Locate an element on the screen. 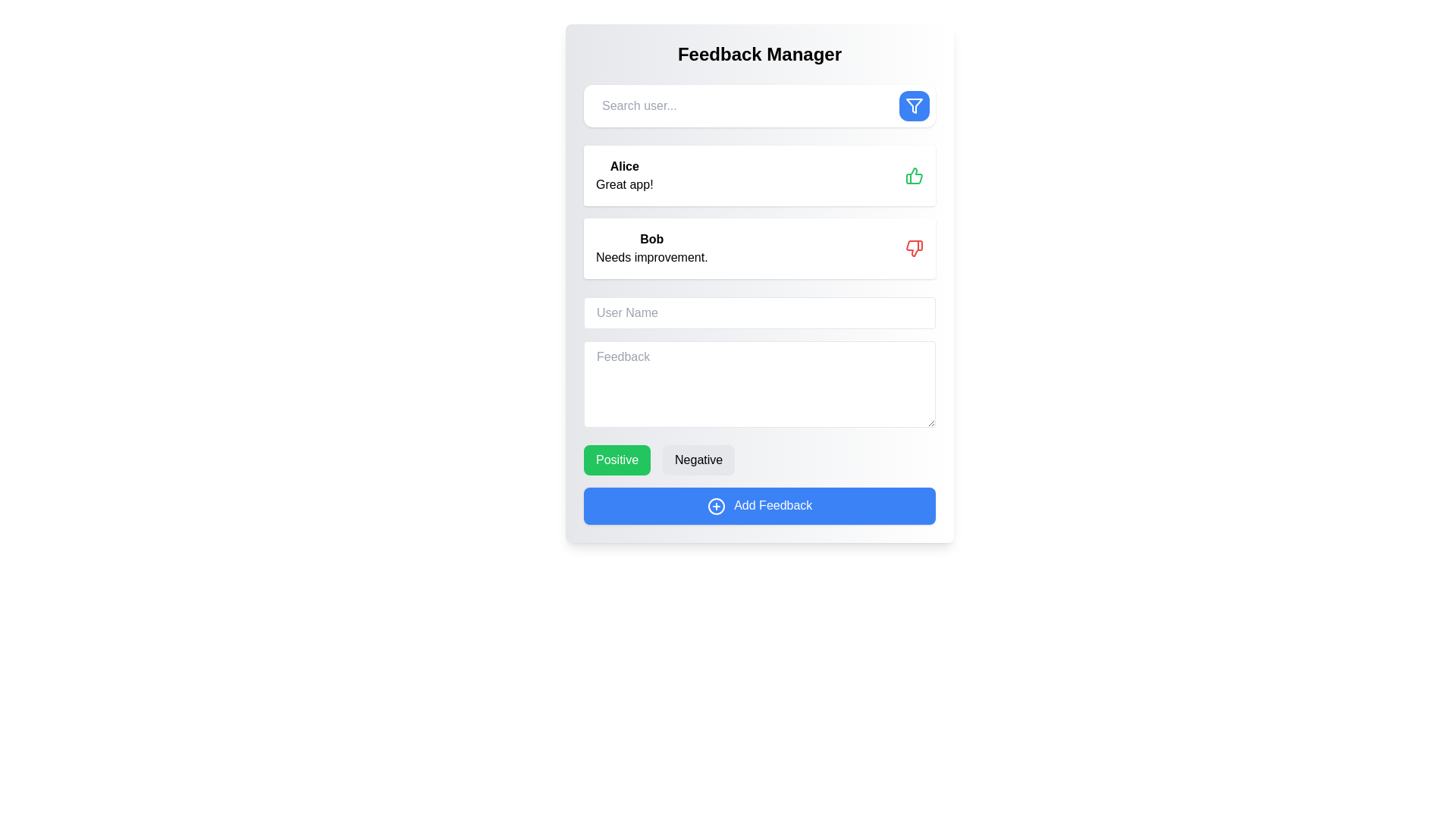 Image resolution: width=1456 pixels, height=819 pixels. the text display element showing the username 'Bob' and their feedback 'Needs improvement.', which is centered in a rounded white box with a shadow is located at coordinates (651, 247).